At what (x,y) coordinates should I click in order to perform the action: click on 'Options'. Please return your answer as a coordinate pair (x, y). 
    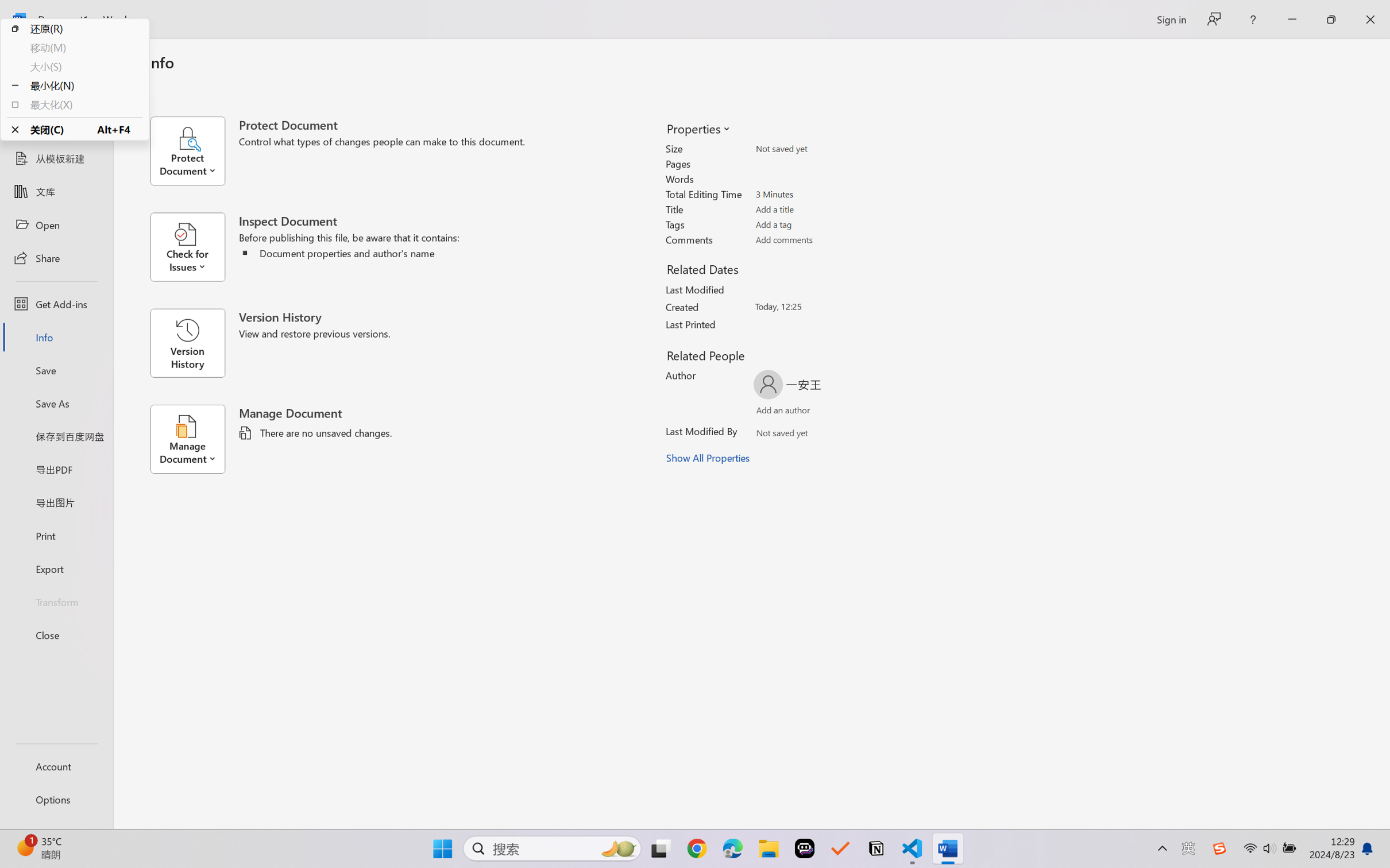
    Looking at the image, I should click on (56, 799).